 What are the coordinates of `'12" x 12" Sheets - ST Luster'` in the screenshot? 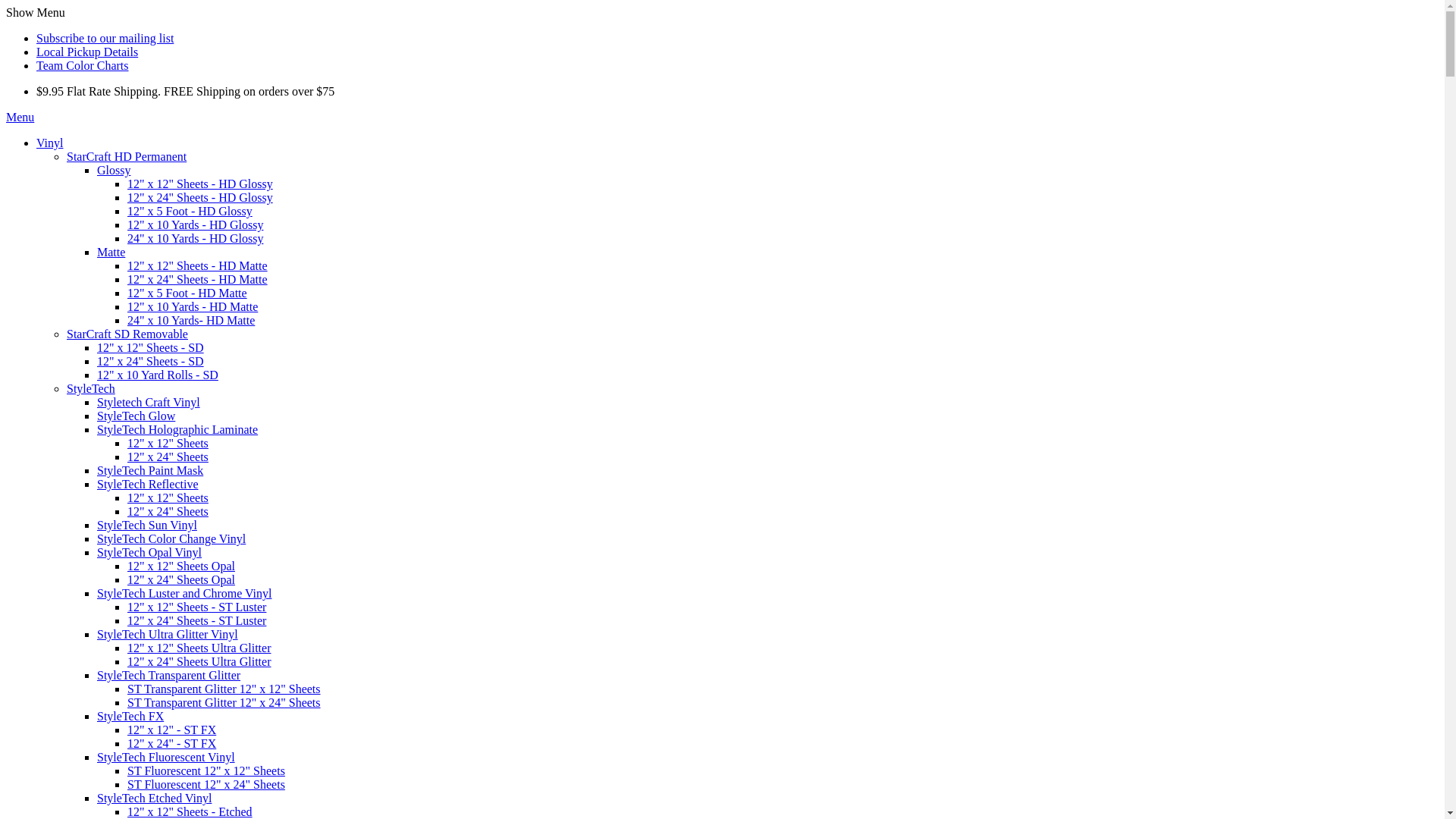 It's located at (196, 606).